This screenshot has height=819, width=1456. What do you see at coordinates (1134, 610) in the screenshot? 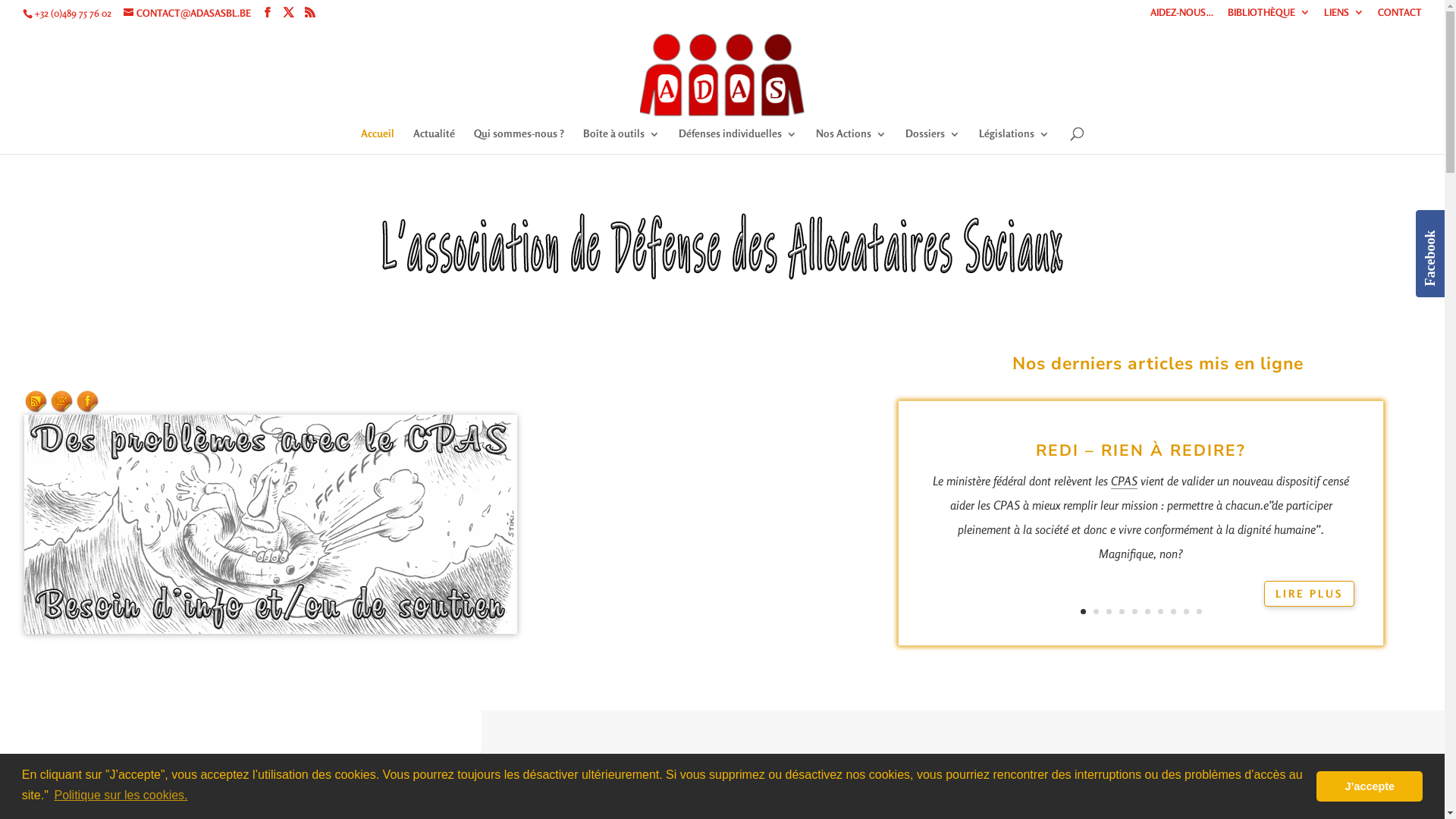
I see `'5'` at bounding box center [1134, 610].